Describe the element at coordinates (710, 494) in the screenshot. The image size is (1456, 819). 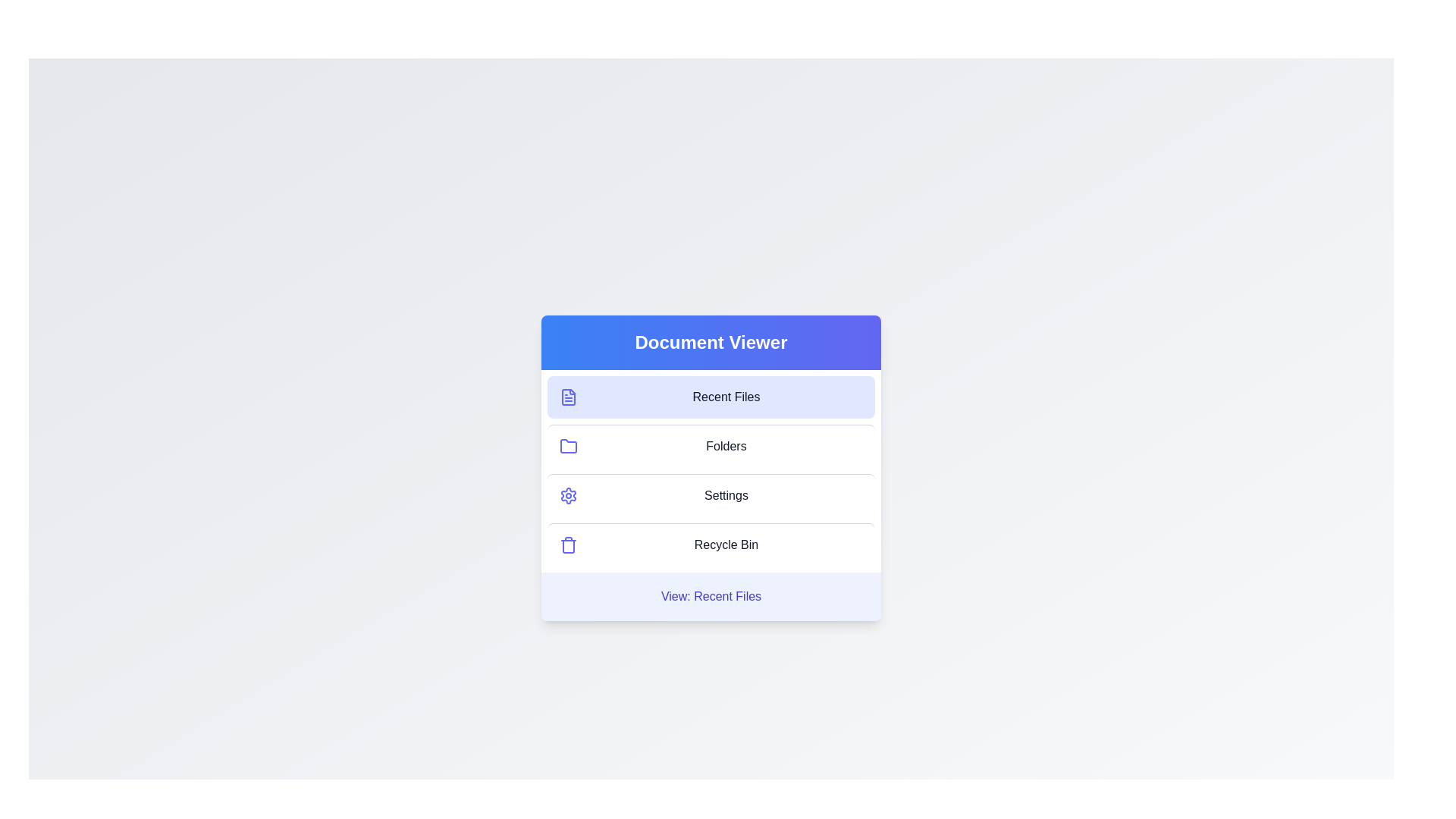
I see `the menu item Settings to view its content` at that location.